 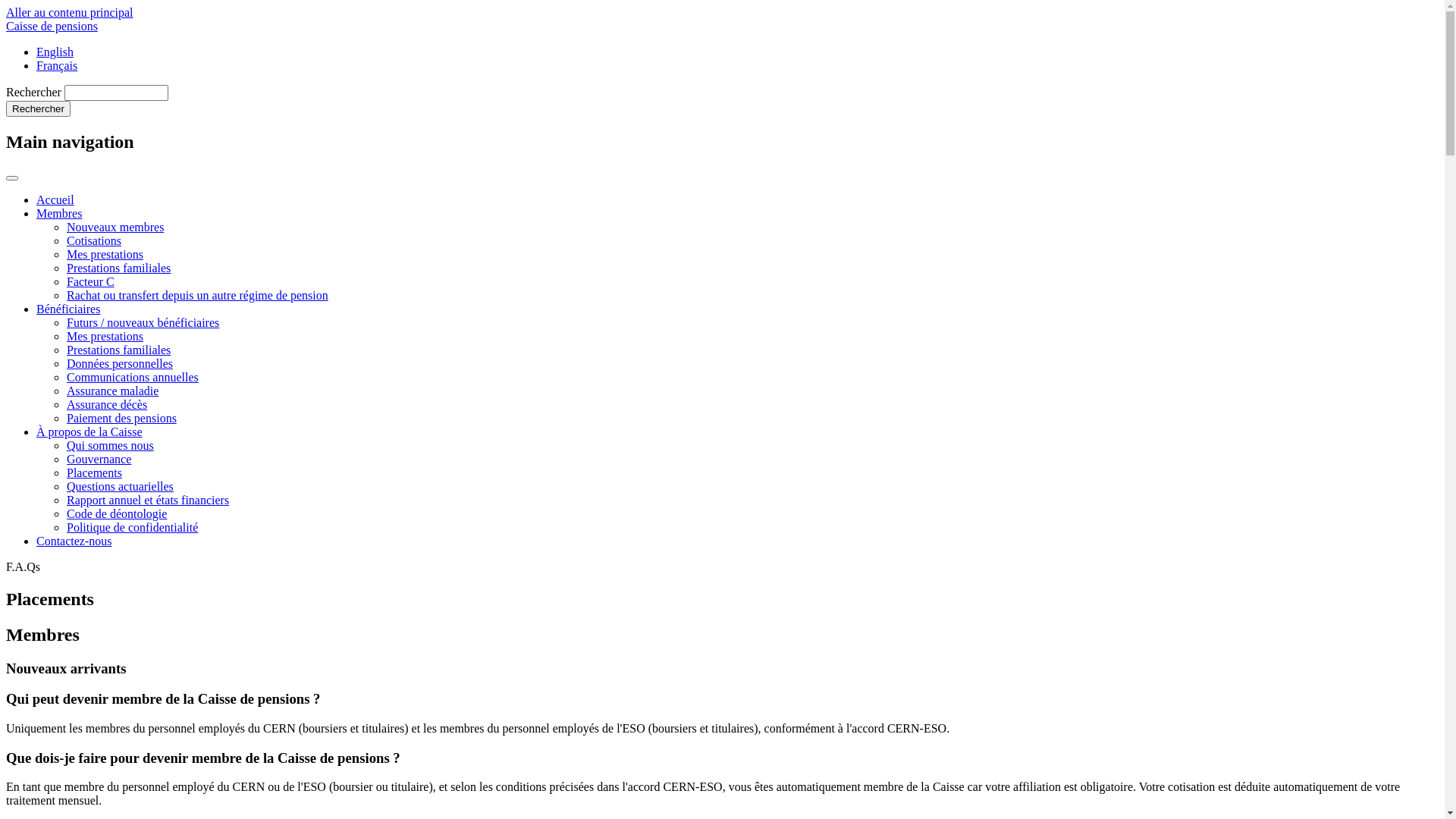 I want to click on 'Nouveaux membres', so click(x=115, y=227).